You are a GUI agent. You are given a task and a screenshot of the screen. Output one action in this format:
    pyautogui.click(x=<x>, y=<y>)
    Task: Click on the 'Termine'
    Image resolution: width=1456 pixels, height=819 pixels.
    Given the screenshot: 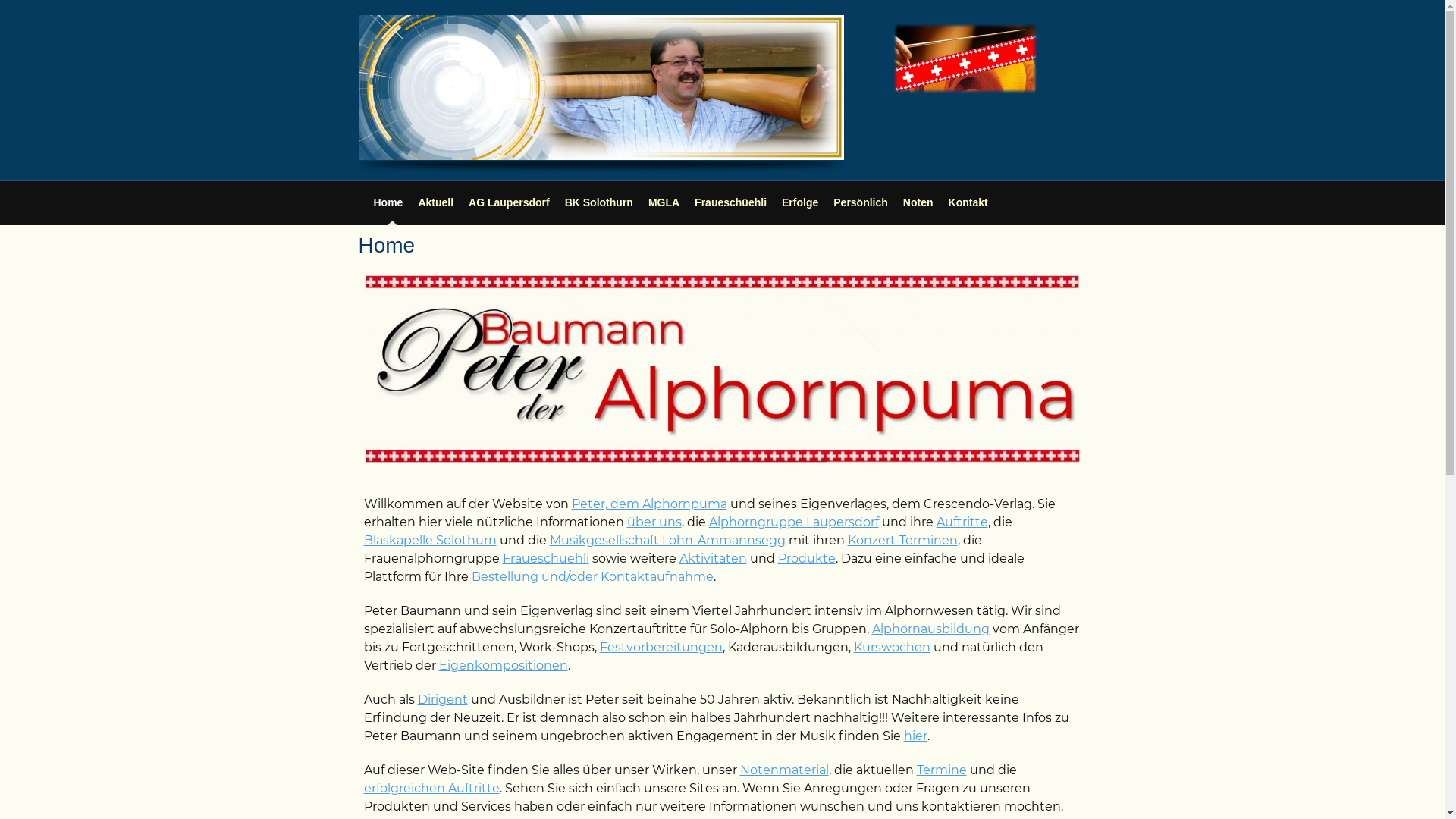 What is the action you would take?
    pyautogui.click(x=915, y=770)
    